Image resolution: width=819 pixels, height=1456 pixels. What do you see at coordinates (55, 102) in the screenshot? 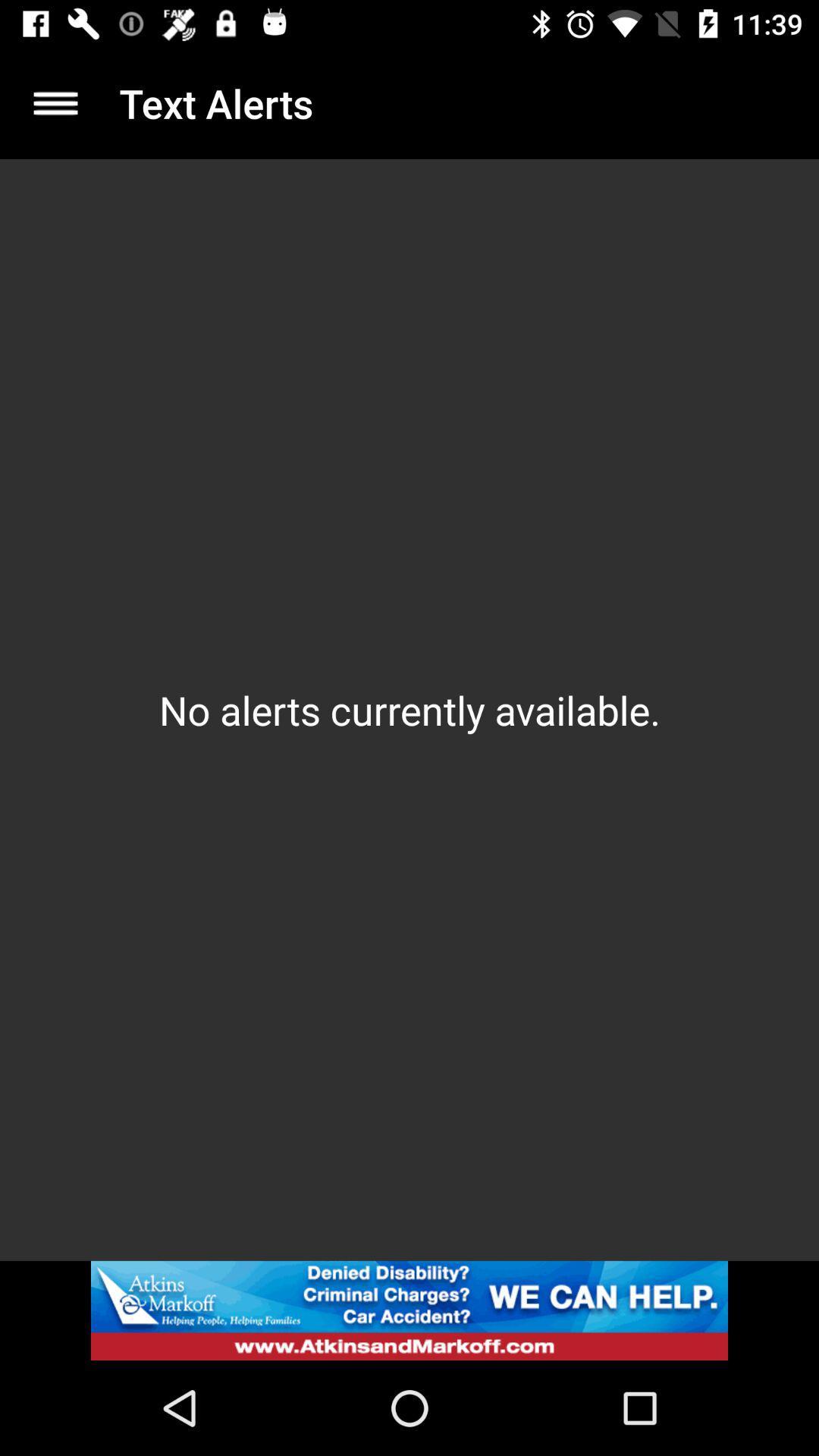
I see `main menu` at bounding box center [55, 102].